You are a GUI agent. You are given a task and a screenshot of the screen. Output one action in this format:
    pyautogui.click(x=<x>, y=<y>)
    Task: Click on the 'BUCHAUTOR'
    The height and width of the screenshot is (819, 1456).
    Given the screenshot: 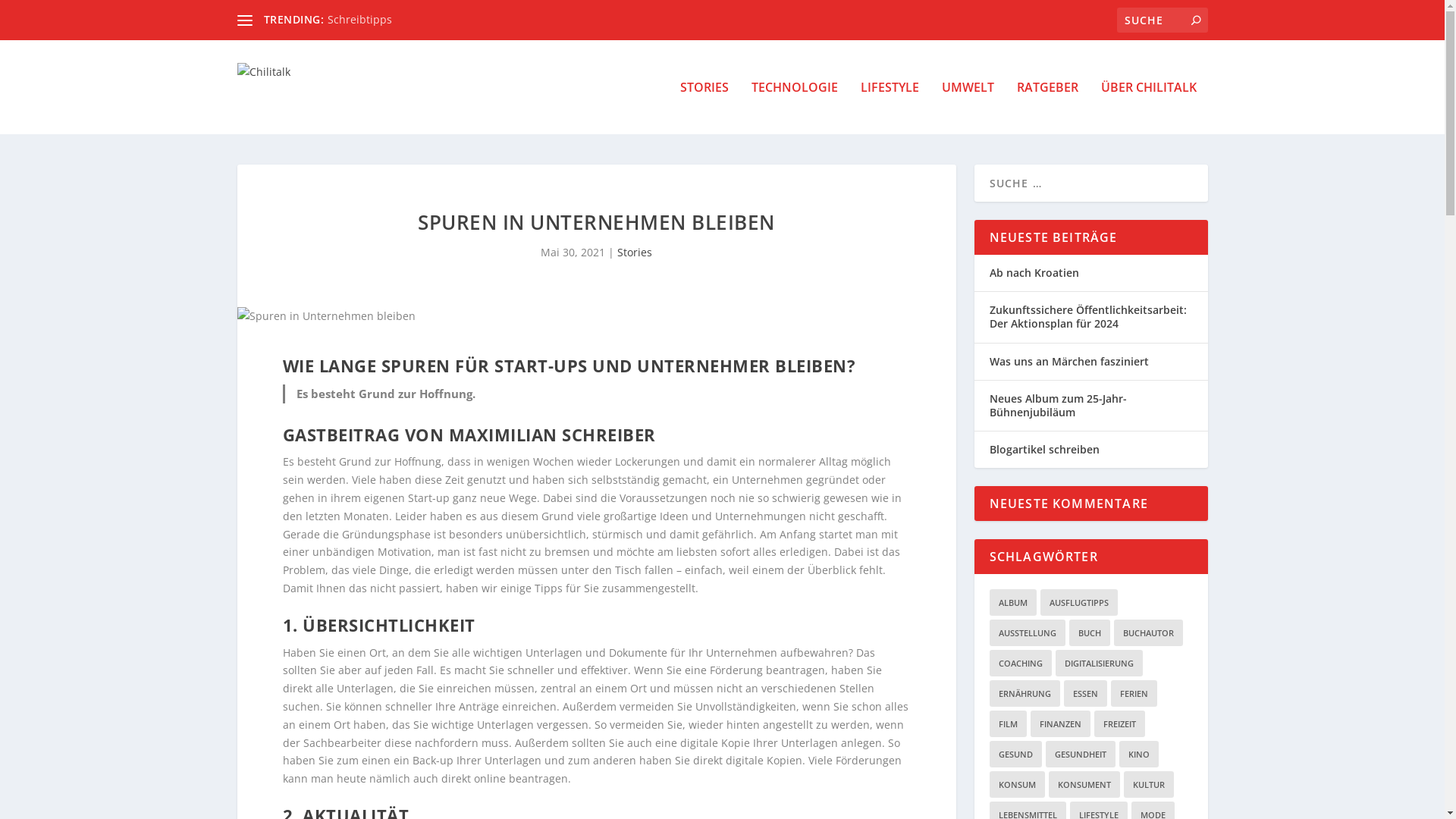 What is the action you would take?
    pyautogui.click(x=1147, y=632)
    